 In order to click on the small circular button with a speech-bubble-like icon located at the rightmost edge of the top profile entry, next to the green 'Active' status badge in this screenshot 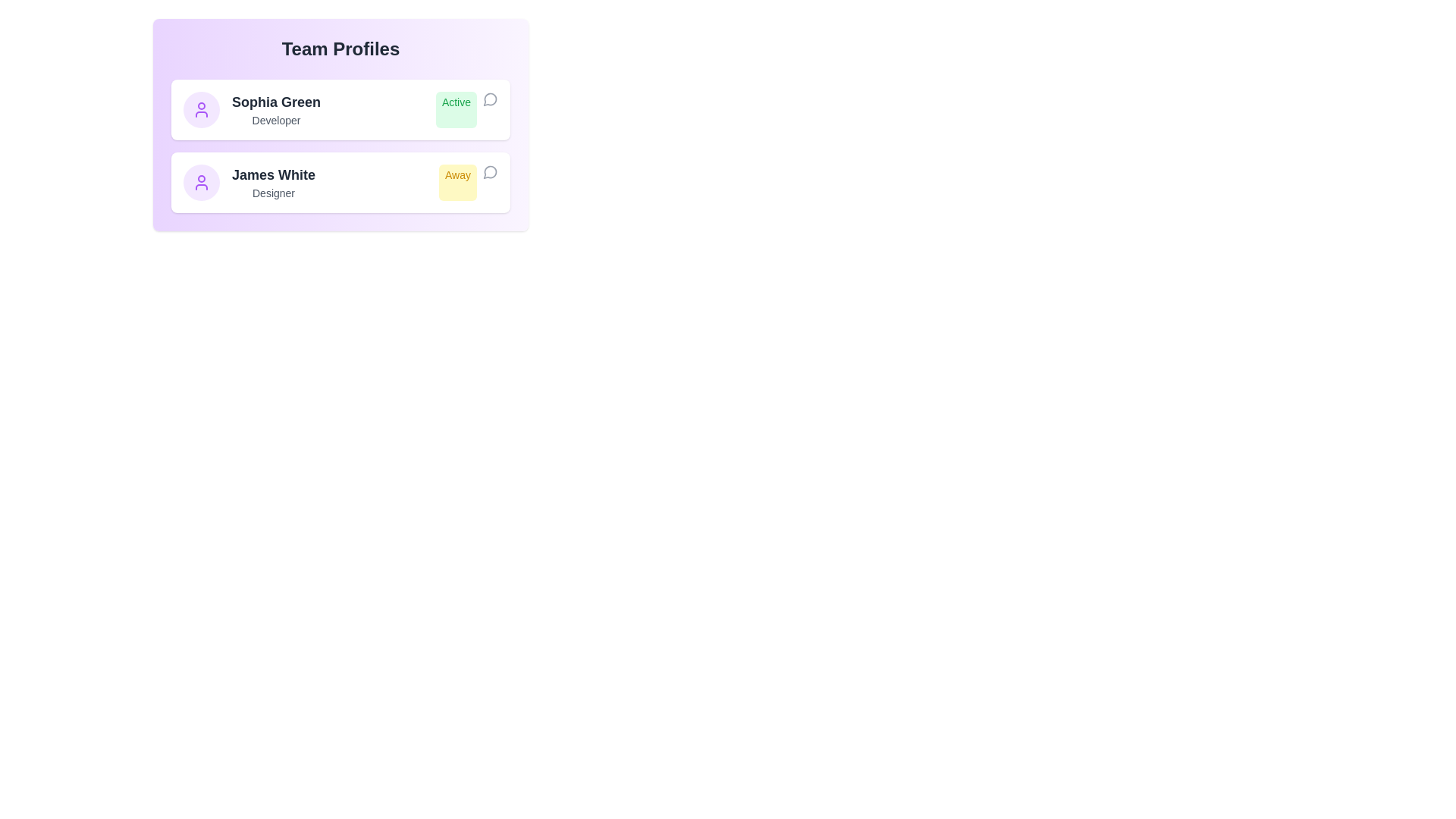, I will do `click(490, 99)`.